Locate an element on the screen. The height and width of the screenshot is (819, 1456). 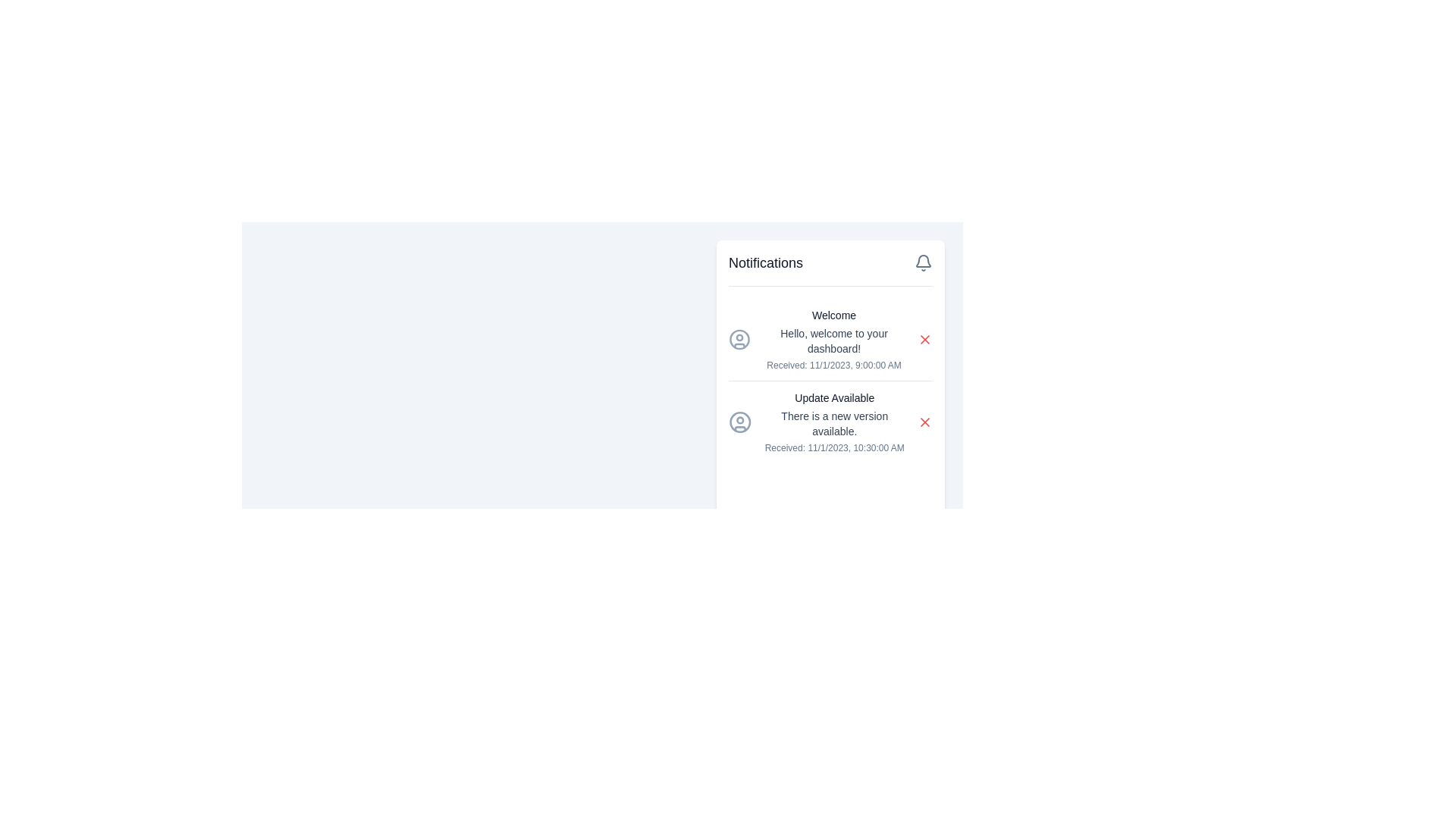
the text label providing additional information about the notification 'Update Available', which is located beneath the heading and above the timestamp in the notification card is located at coordinates (833, 424).